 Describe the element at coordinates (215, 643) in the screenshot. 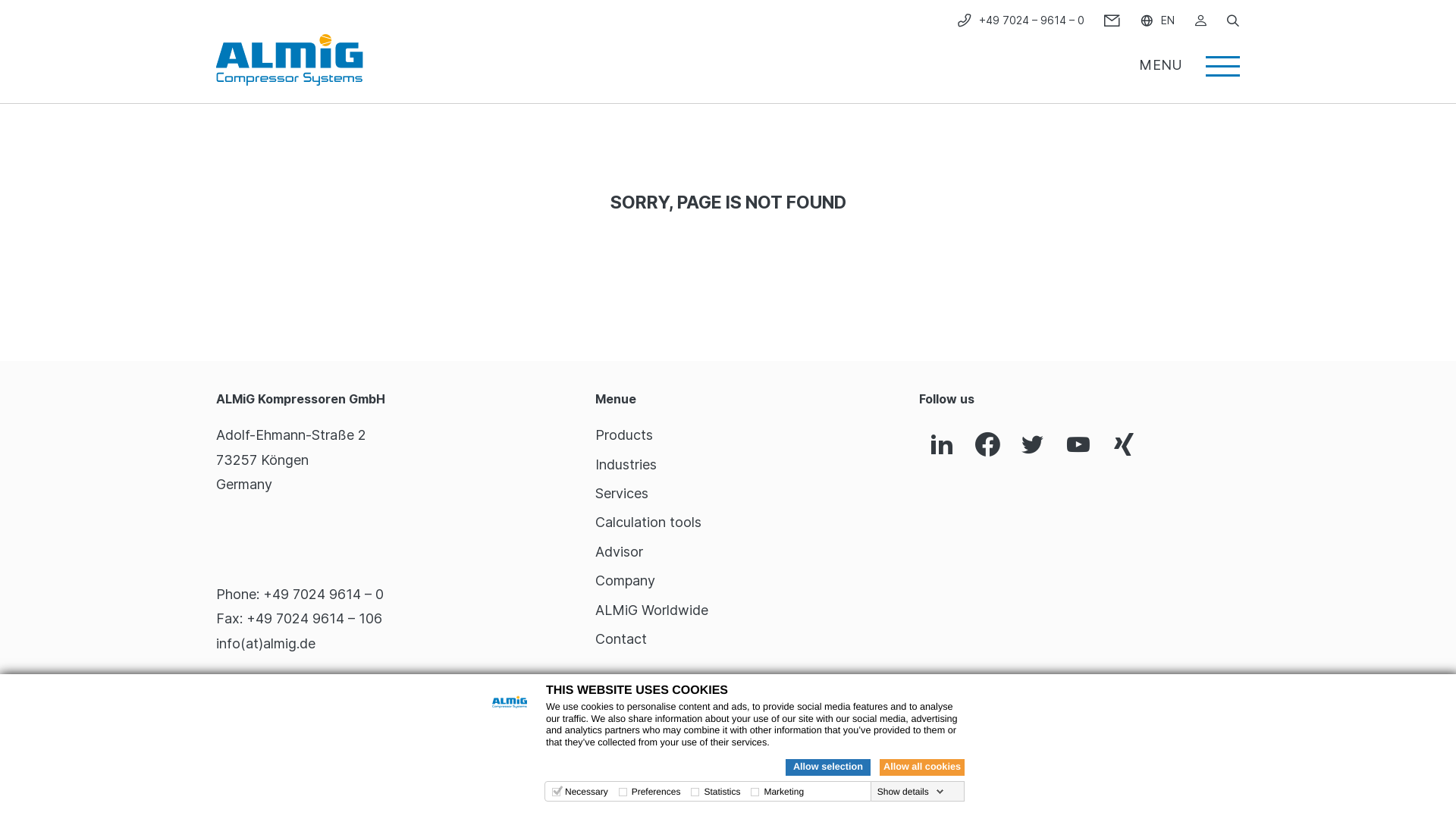

I see `'info(at)almig.de'` at that location.